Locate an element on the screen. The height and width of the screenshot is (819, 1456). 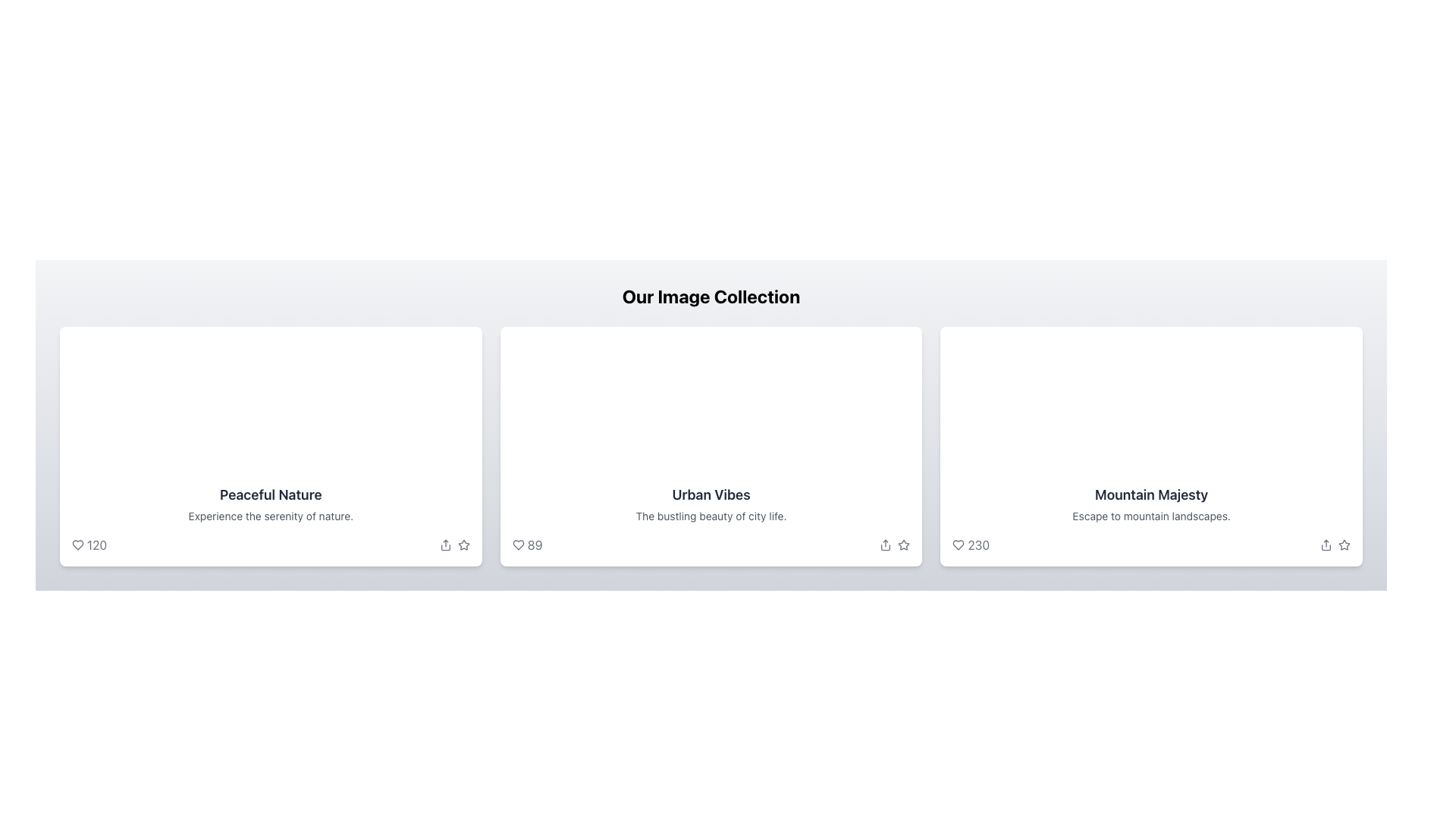
the 'Urban Vibes' text label element, which is styled in bold dark gray and positioned at the top-center of the middle card in a row of three cards is located at coordinates (710, 494).